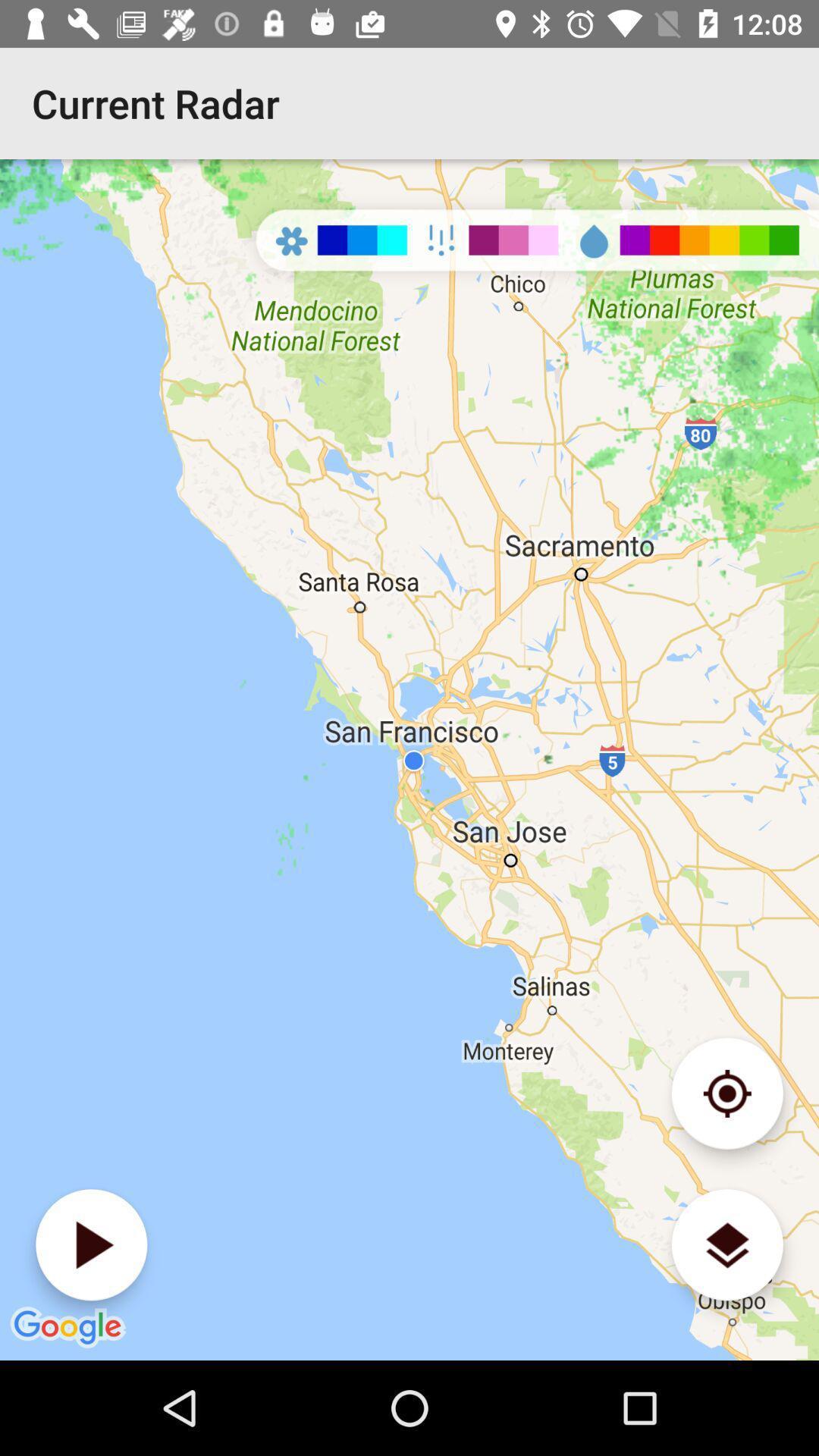 The image size is (819, 1456). What do you see at coordinates (91, 1244) in the screenshot?
I see `plays back the radar data` at bounding box center [91, 1244].